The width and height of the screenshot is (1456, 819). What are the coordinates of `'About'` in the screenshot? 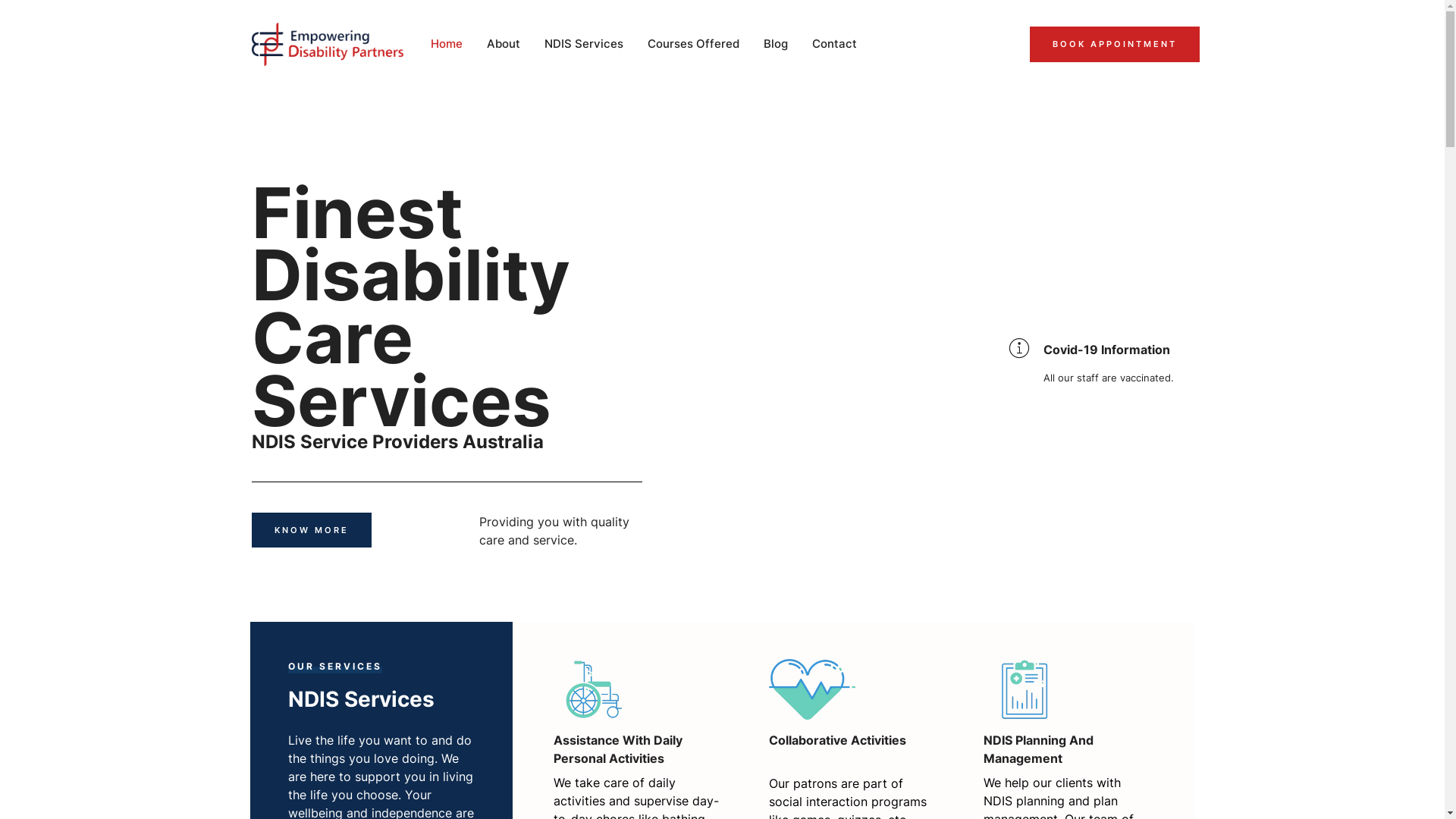 It's located at (506, 43).